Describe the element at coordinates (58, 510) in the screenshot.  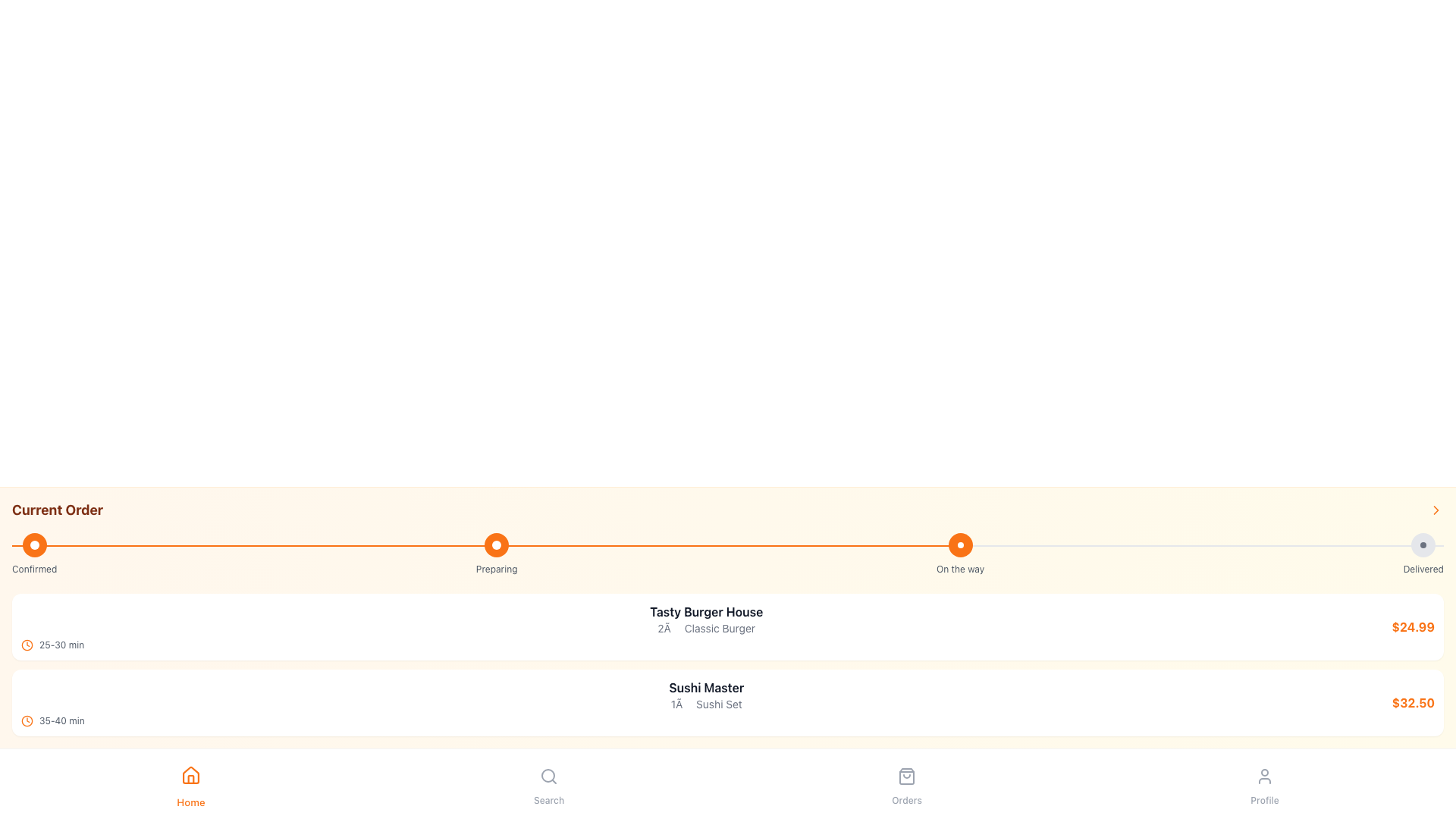
I see `the 'Current Order' text label, which is styled in bold orange text and is located on the left side of the interface in the header area` at that location.